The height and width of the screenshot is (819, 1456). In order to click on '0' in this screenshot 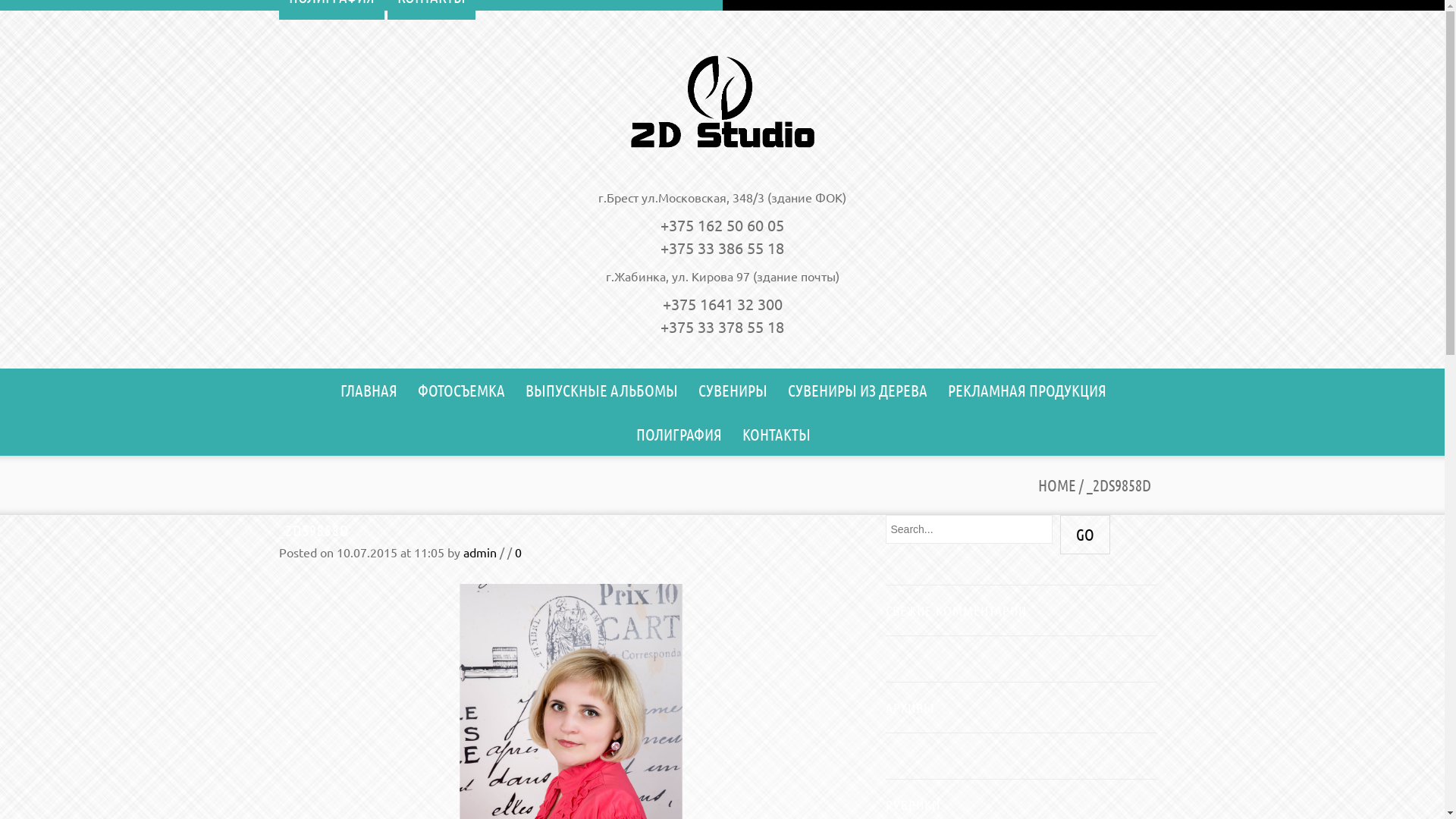, I will do `click(517, 552)`.